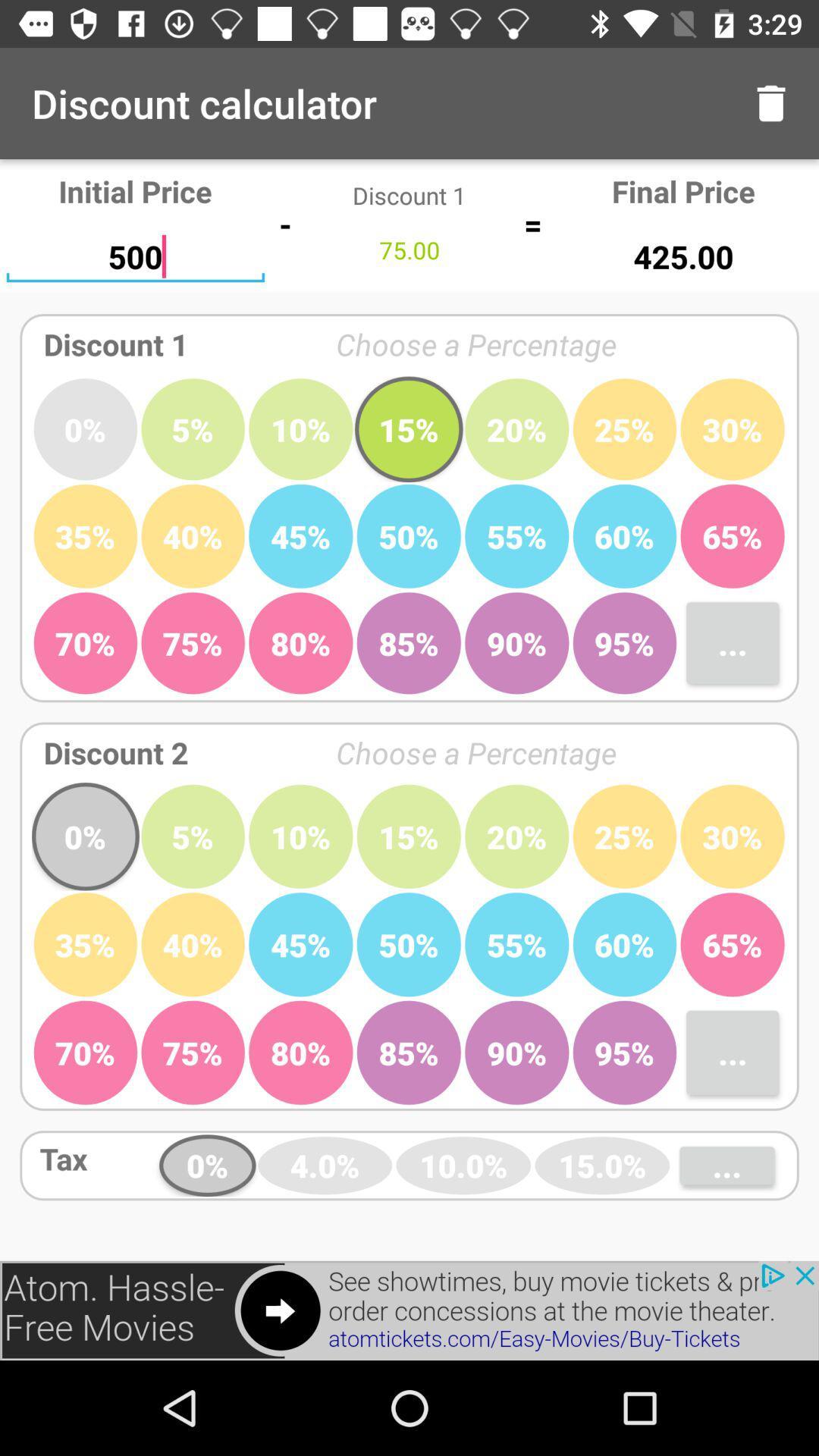  I want to click on share the article, so click(409, 1310).